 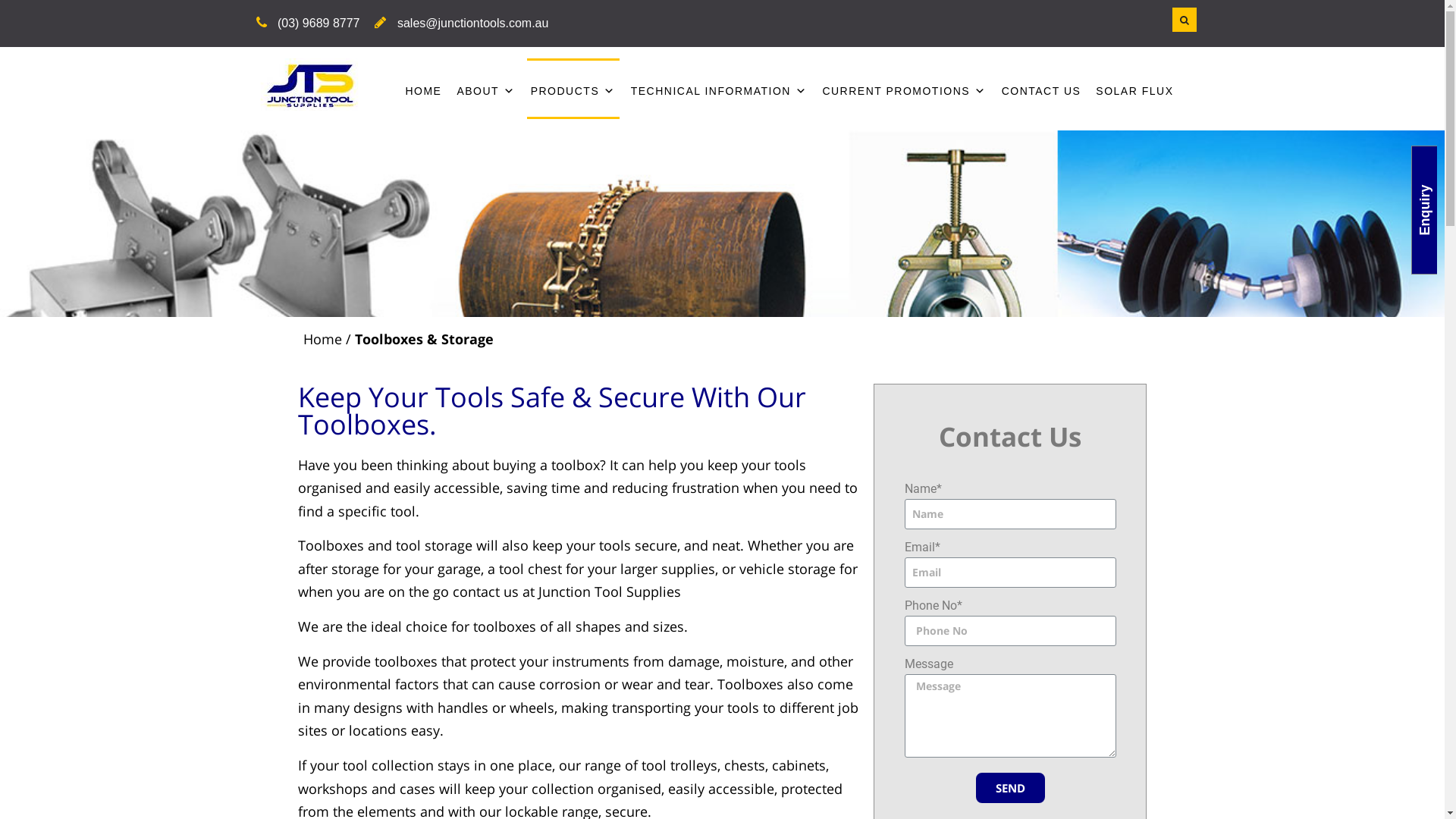 What do you see at coordinates (573, 87) in the screenshot?
I see `'PRODUCTS'` at bounding box center [573, 87].